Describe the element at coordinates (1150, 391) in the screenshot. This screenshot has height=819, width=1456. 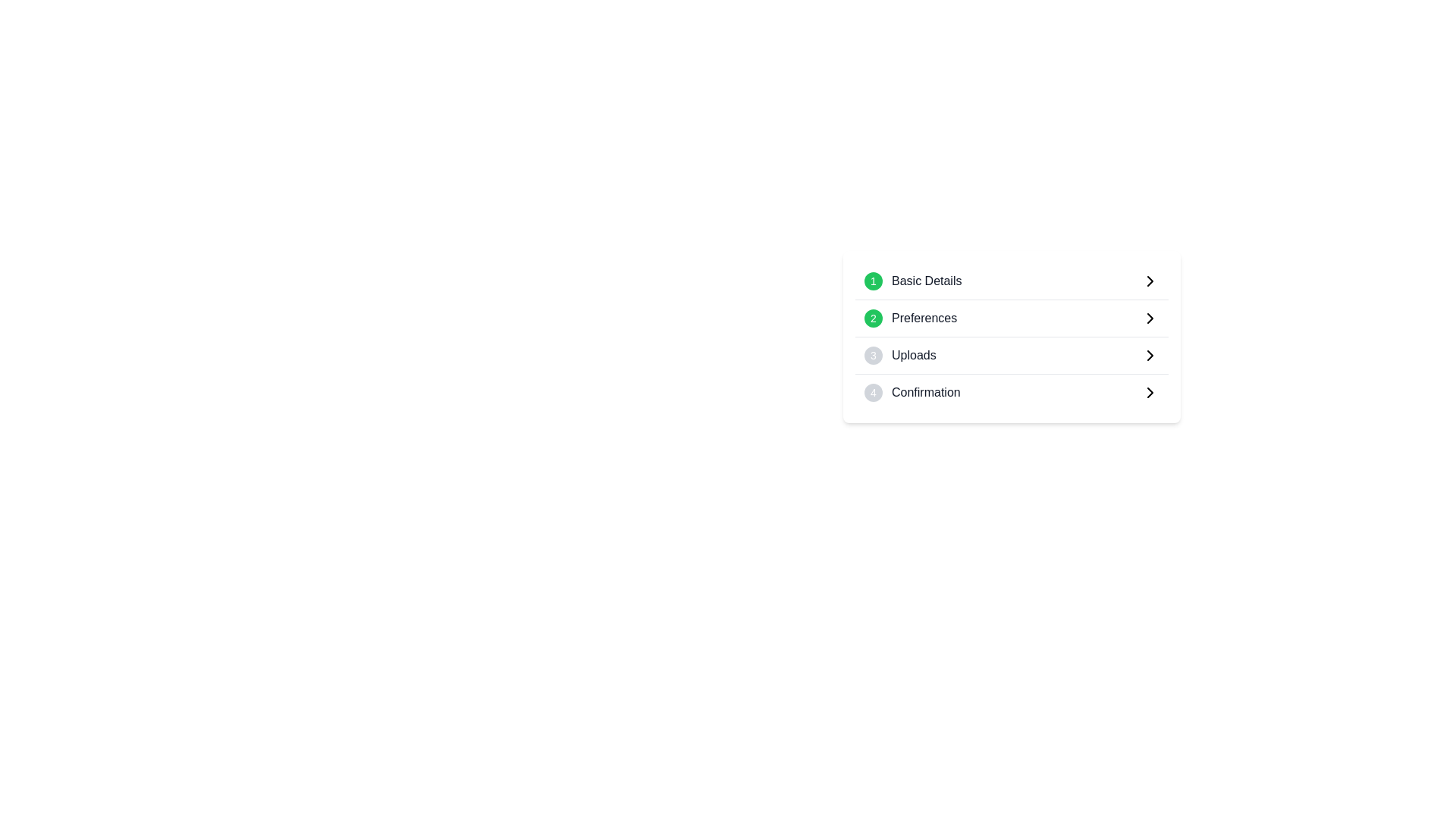
I see `the rightward chevron arrow icon that is part of the 'Preferences' row` at that location.